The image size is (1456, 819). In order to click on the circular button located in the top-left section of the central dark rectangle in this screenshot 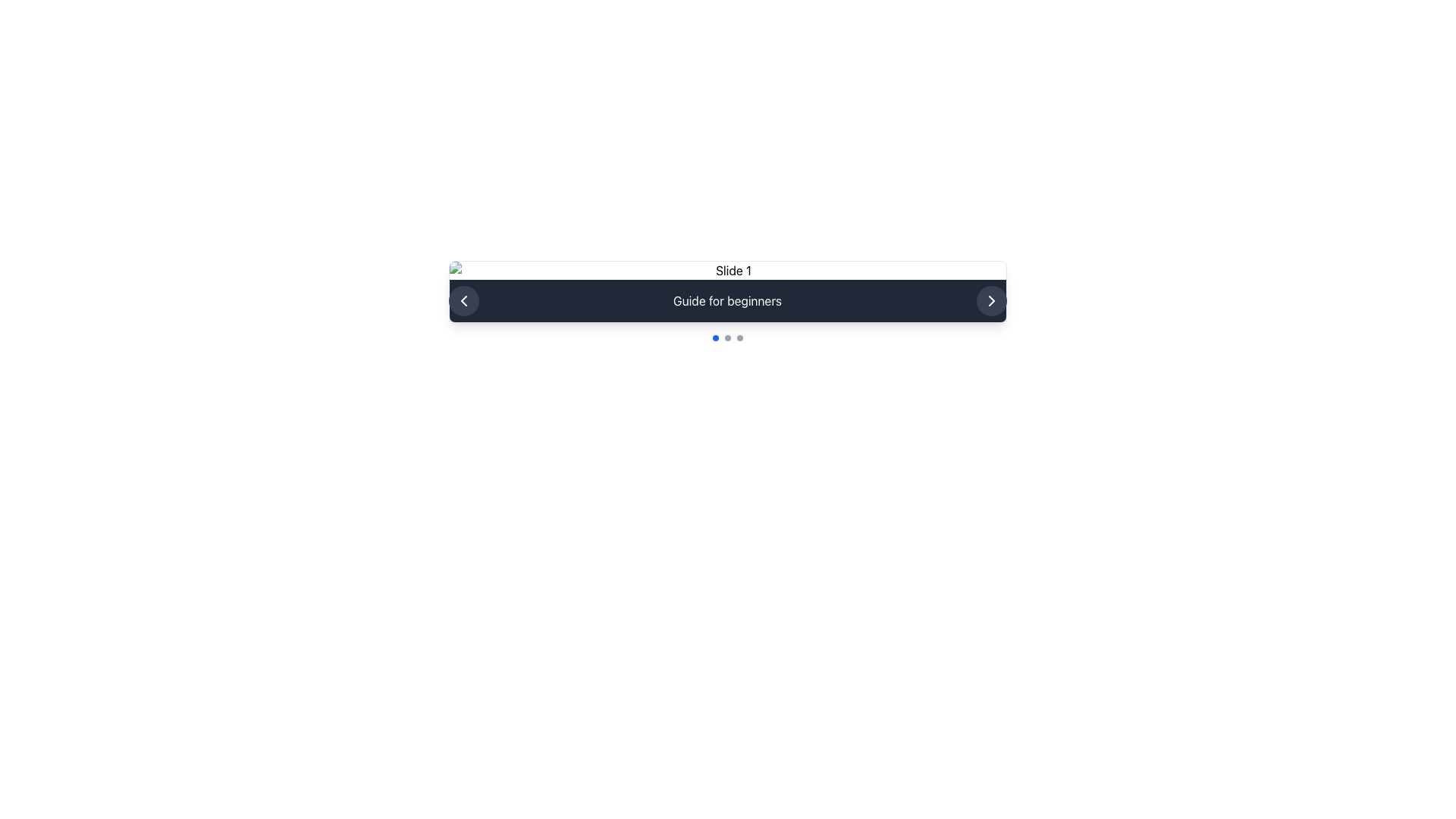, I will do `click(463, 301)`.